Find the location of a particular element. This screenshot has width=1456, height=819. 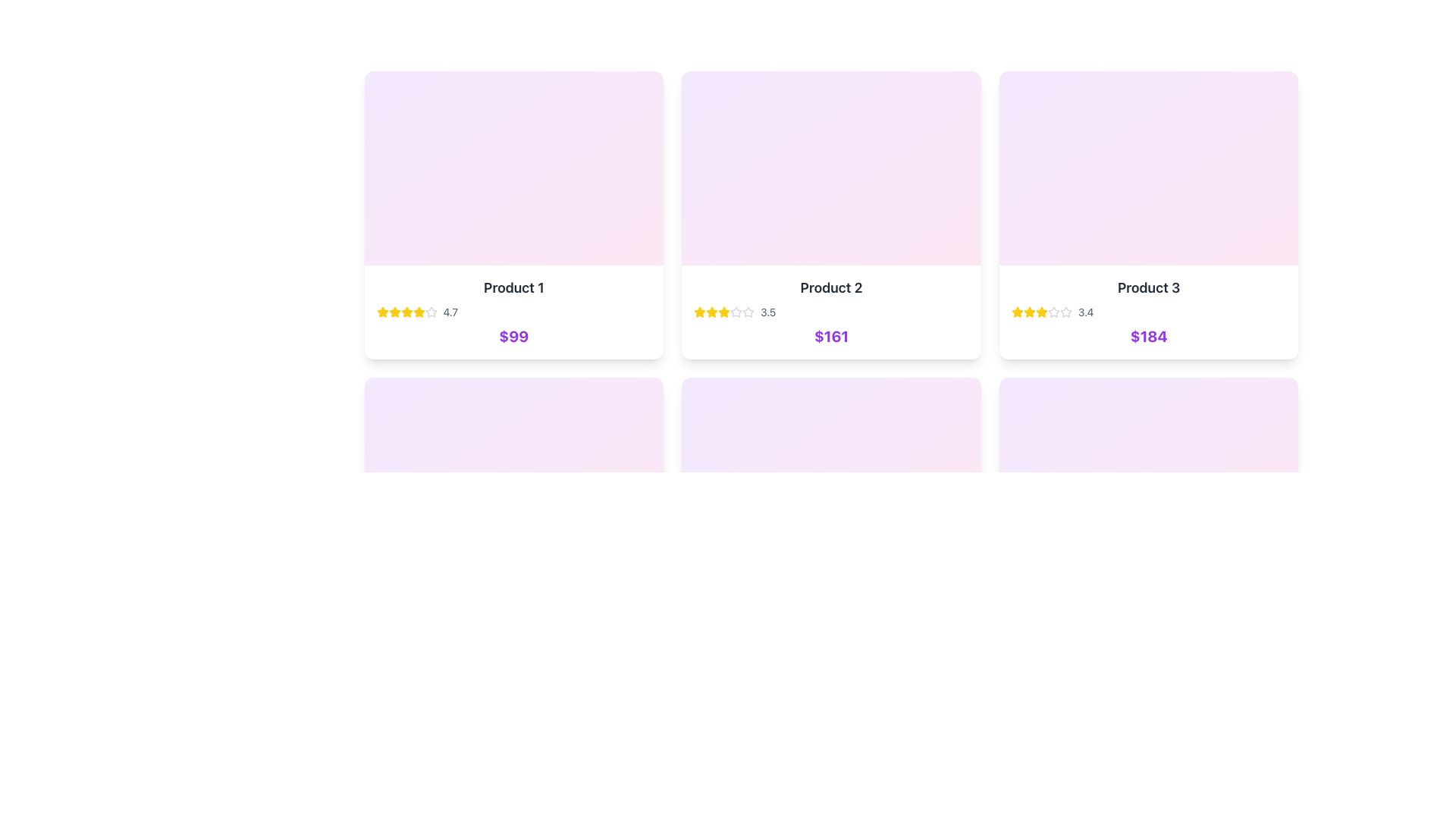

the second star icon in the rating section of 'Product 3' is located at coordinates (1040, 311).